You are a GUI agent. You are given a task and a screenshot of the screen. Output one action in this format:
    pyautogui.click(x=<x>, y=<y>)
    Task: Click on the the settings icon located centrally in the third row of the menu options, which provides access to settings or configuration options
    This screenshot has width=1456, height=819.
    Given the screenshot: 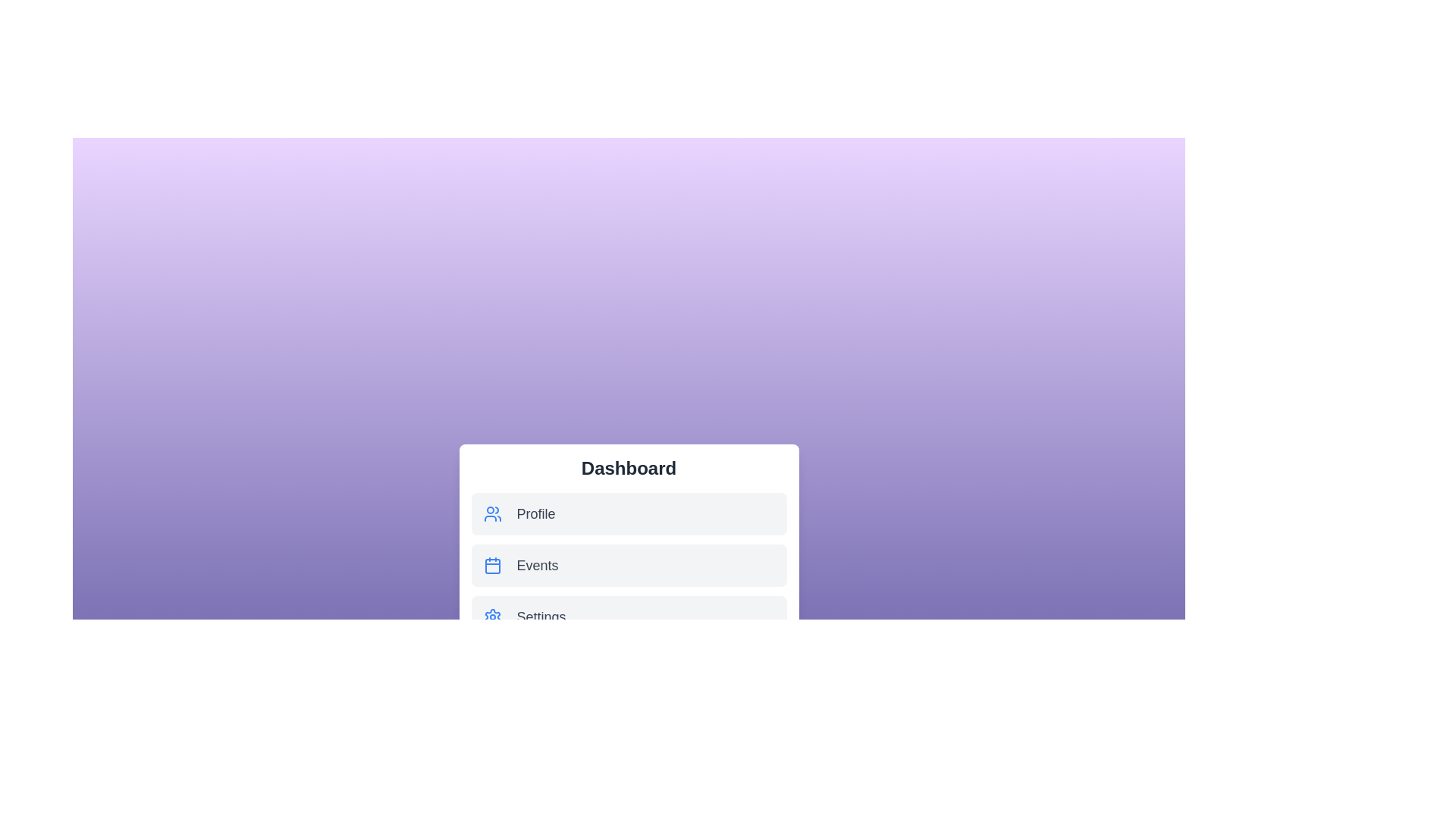 What is the action you would take?
    pyautogui.click(x=492, y=617)
    